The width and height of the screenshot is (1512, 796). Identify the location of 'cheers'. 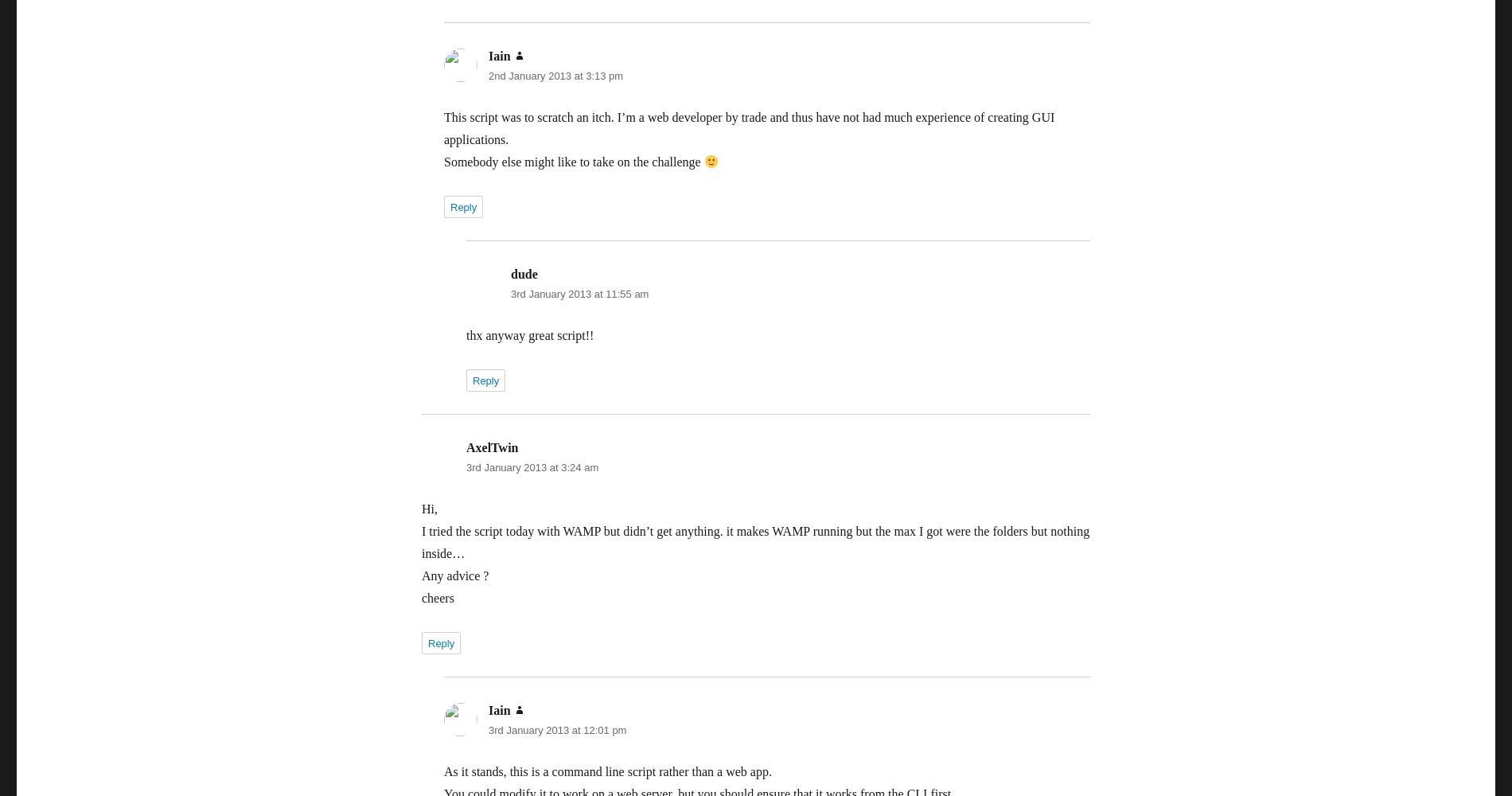
(438, 598).